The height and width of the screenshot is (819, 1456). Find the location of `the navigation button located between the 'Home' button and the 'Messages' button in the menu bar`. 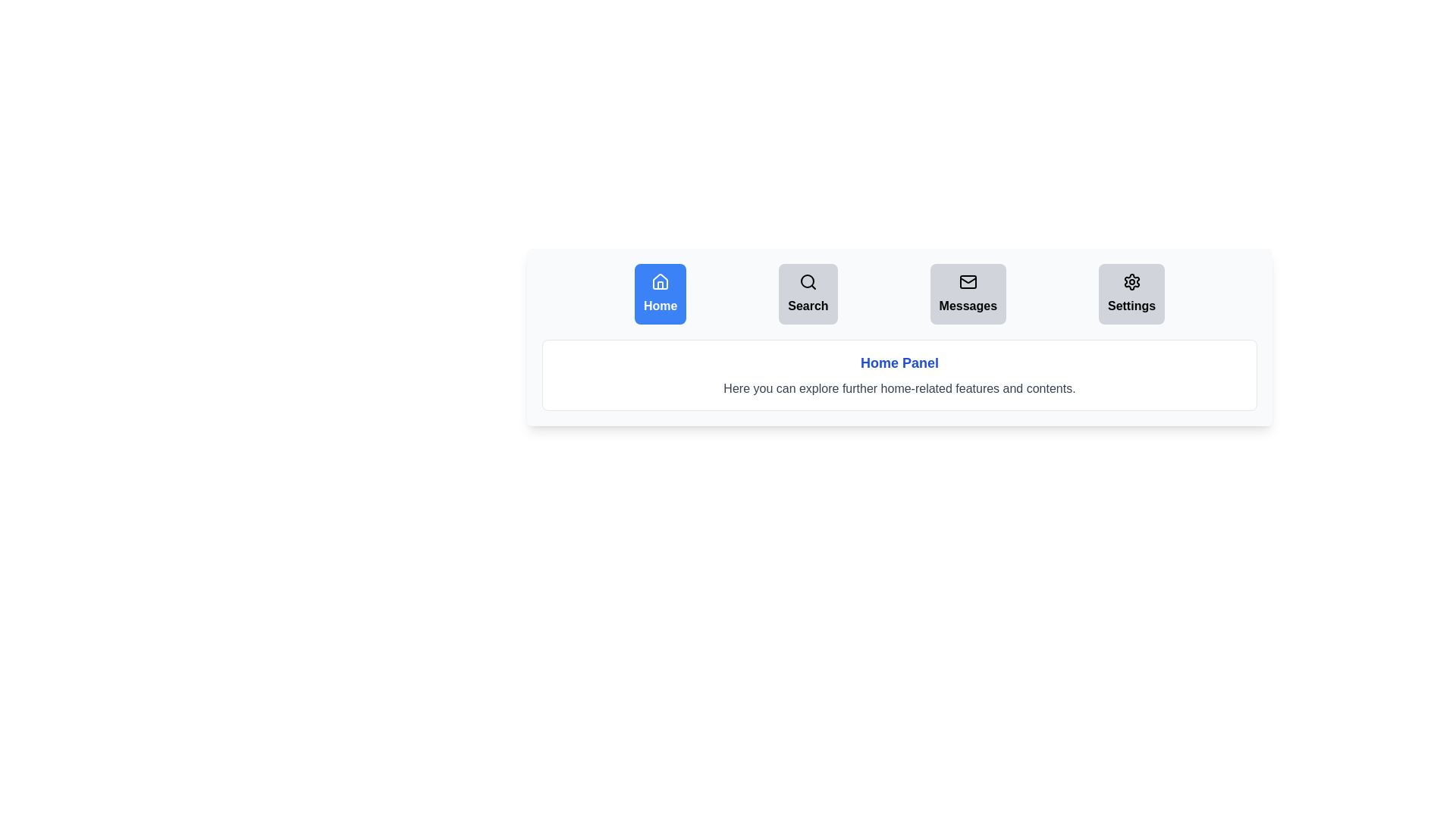

the navigation button located between the 'Home' button and the 'Messages' button in the menu bar is located at coordinates (807, 294).